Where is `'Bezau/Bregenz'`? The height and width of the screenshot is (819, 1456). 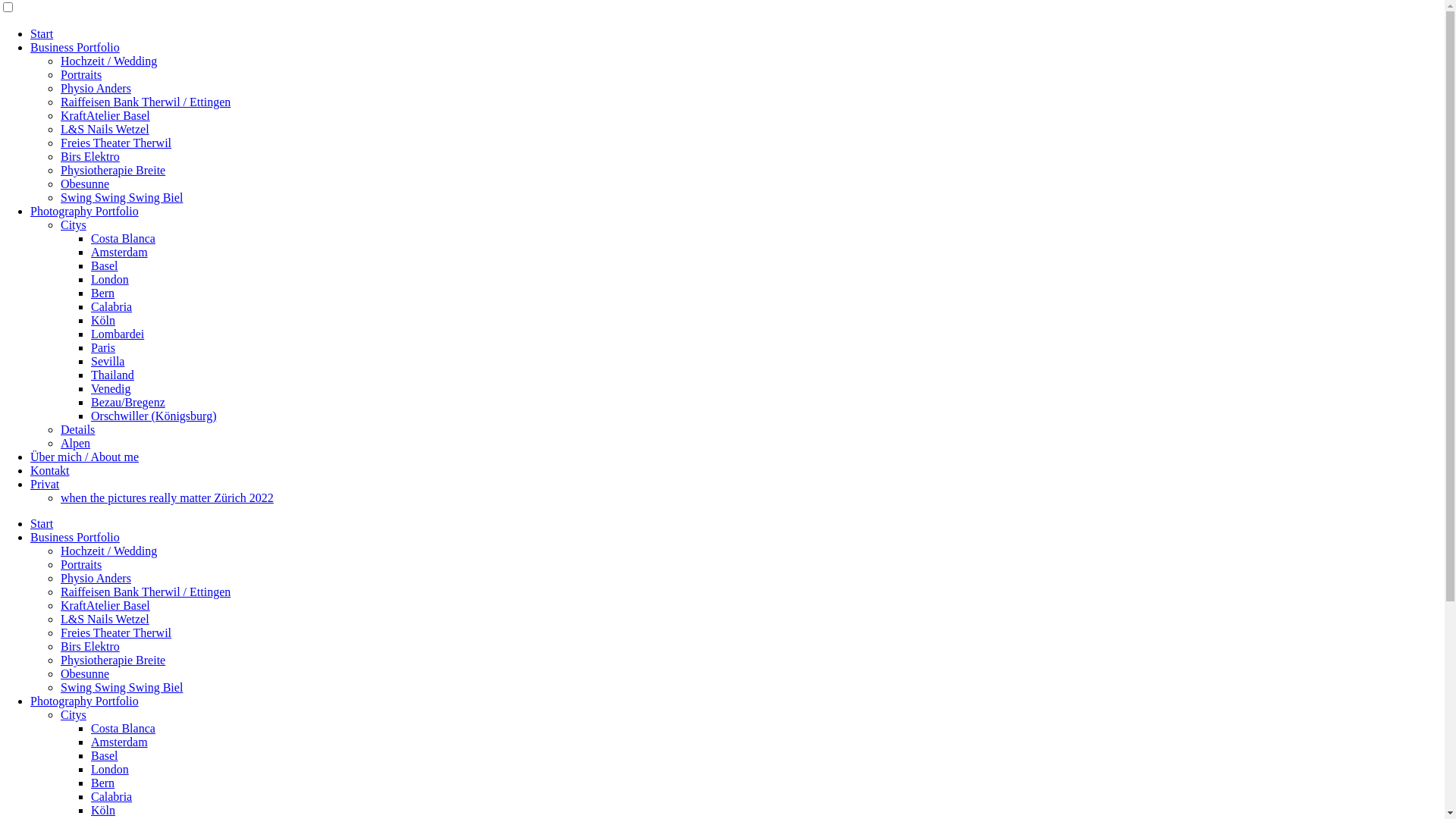
'Bezau/Bregenz' is located at coordinates (127, 401).